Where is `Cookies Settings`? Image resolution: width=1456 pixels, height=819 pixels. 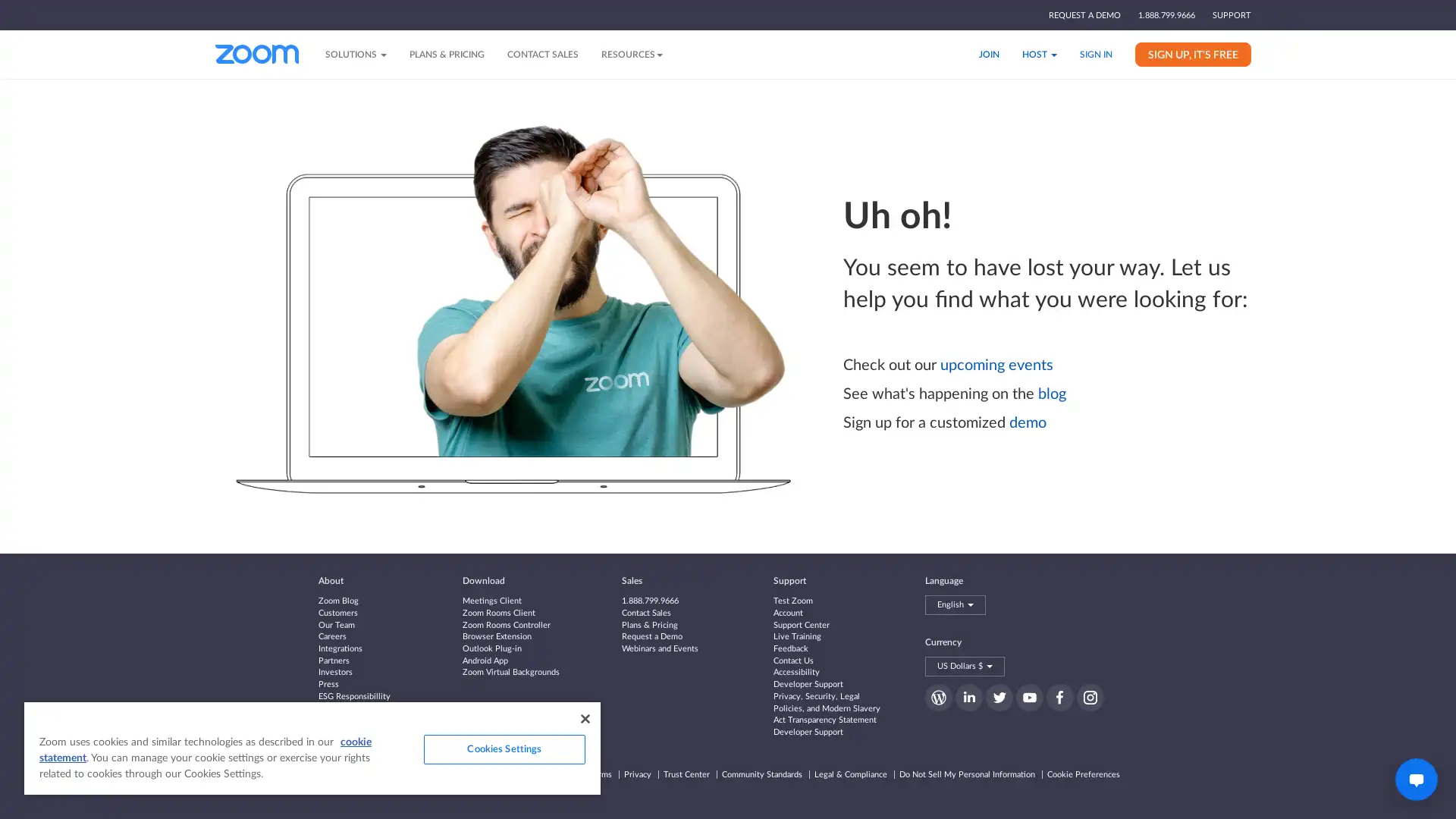
Cookies Settings is located at coordinates (504, 748).